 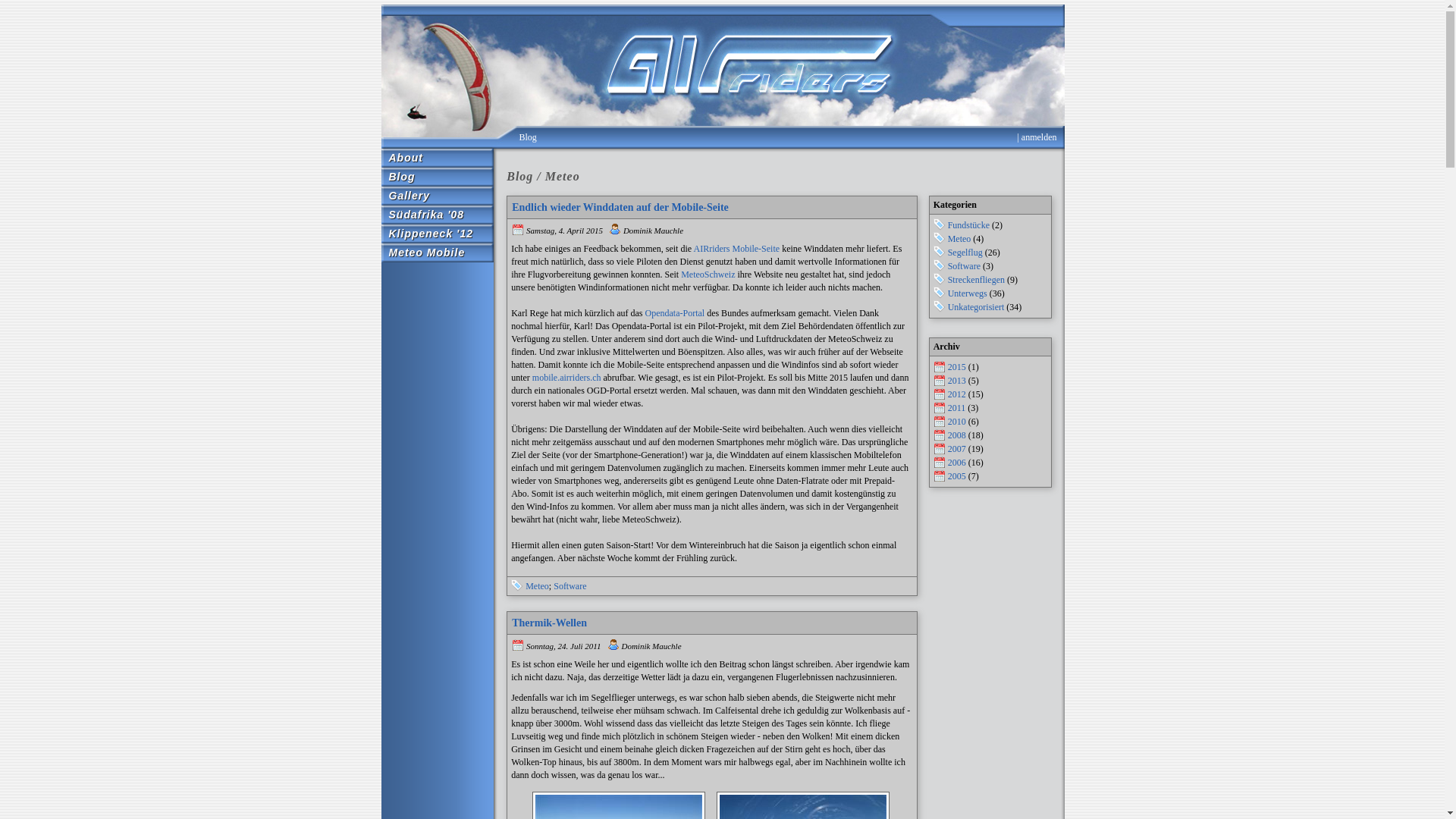 I want to click on 'Meteo', so click(x=525, y=585).